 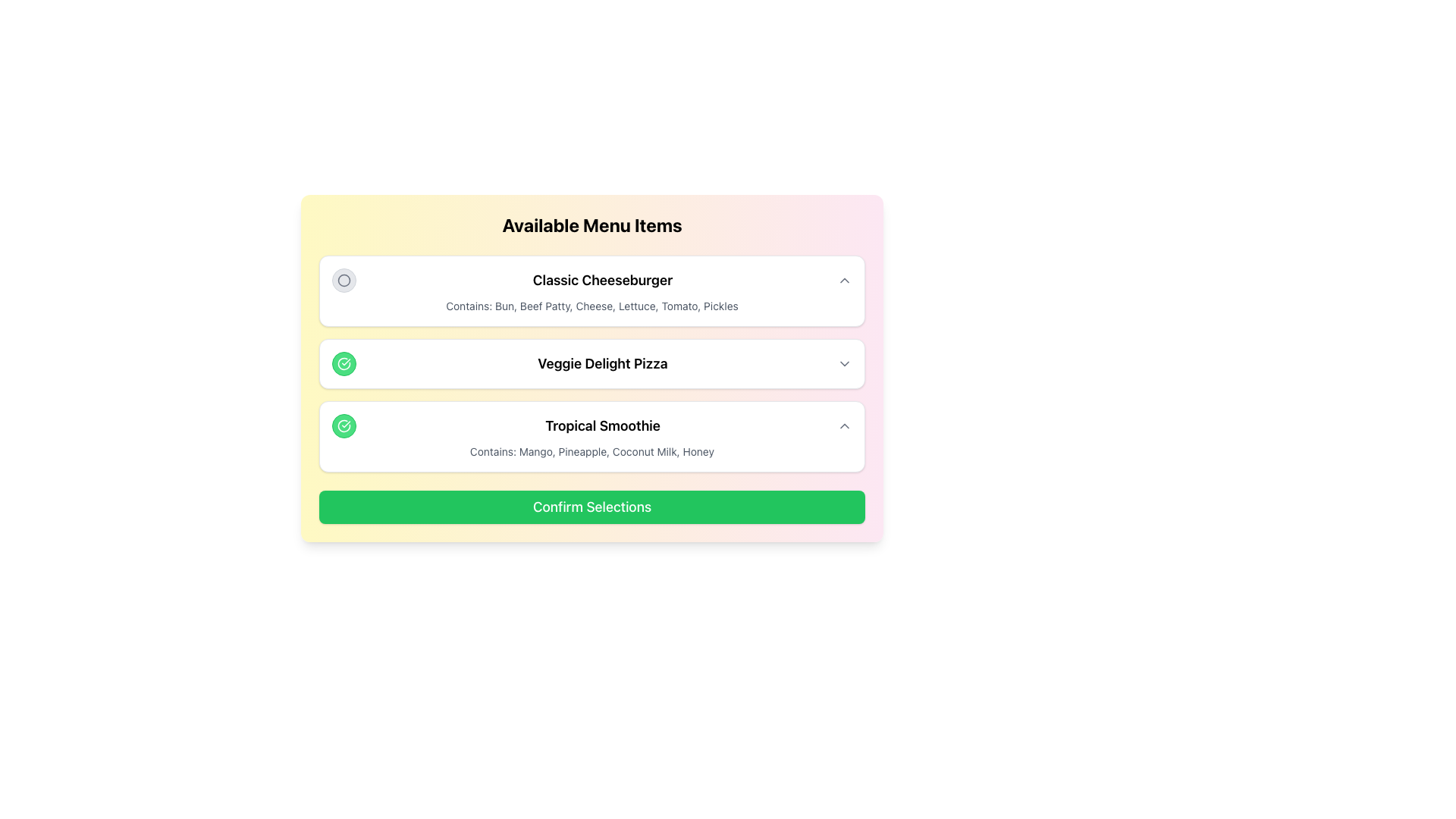 What do you see at coordinates (843, 363) in the screenshot?
I see `the Dropdown toggle icon next to 'Veggie Delight Pizza' to enable keyboard navigation` at bounding box center [843, 363].